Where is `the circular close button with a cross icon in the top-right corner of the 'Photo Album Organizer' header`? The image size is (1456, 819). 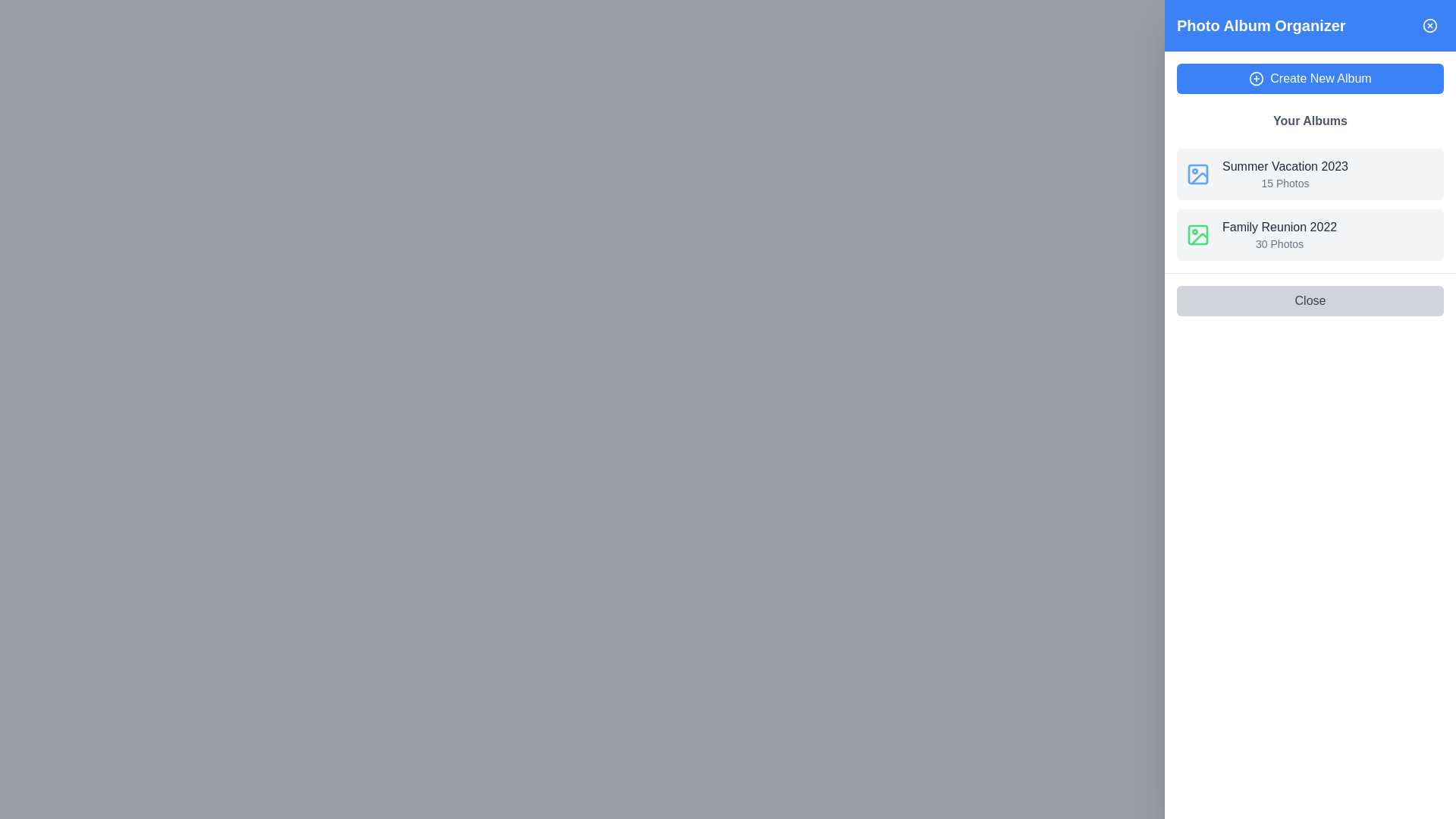
the circular close button with a cross icon in the top-right corner of the 'Photo Album Organizer' header is located at coordinates (1429, 26).